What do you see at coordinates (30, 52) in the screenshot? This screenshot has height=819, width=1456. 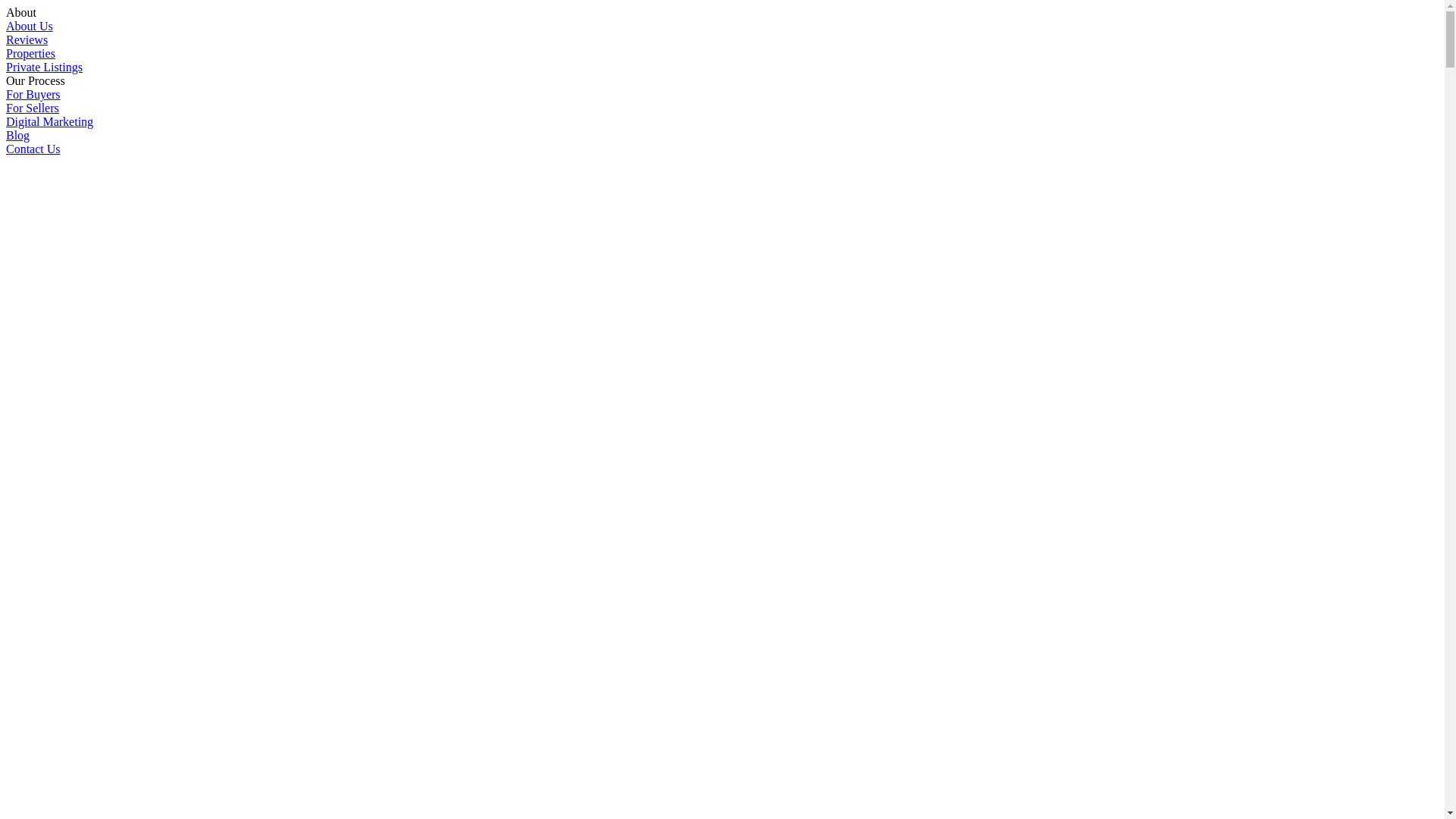 I see `'Properties'` at bounding box center [30, 52].